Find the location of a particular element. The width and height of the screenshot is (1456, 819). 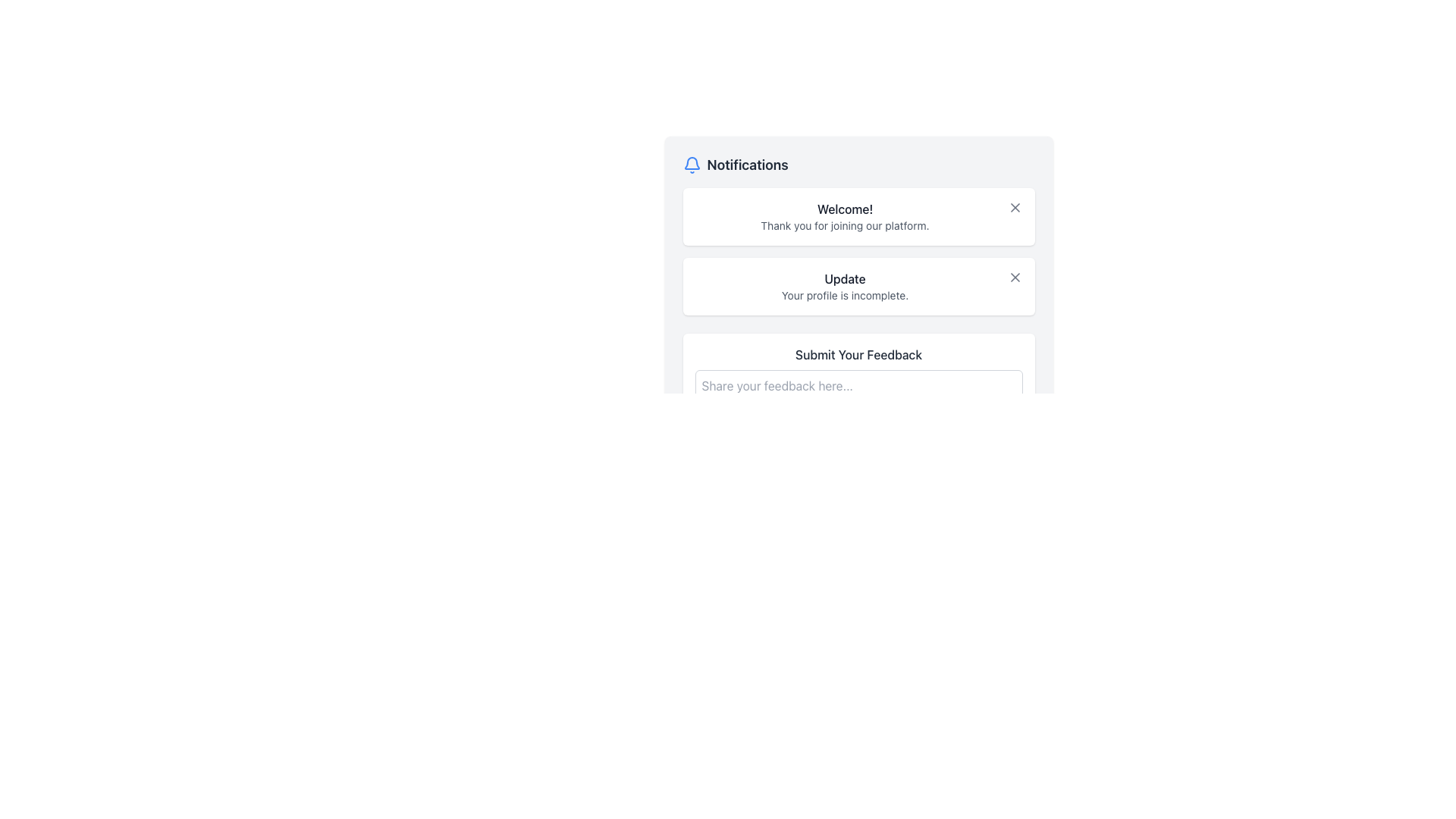

the blue notification bell icon located to the left of the 'Notifications' text in the panel header is located at coordinates (691, 165).